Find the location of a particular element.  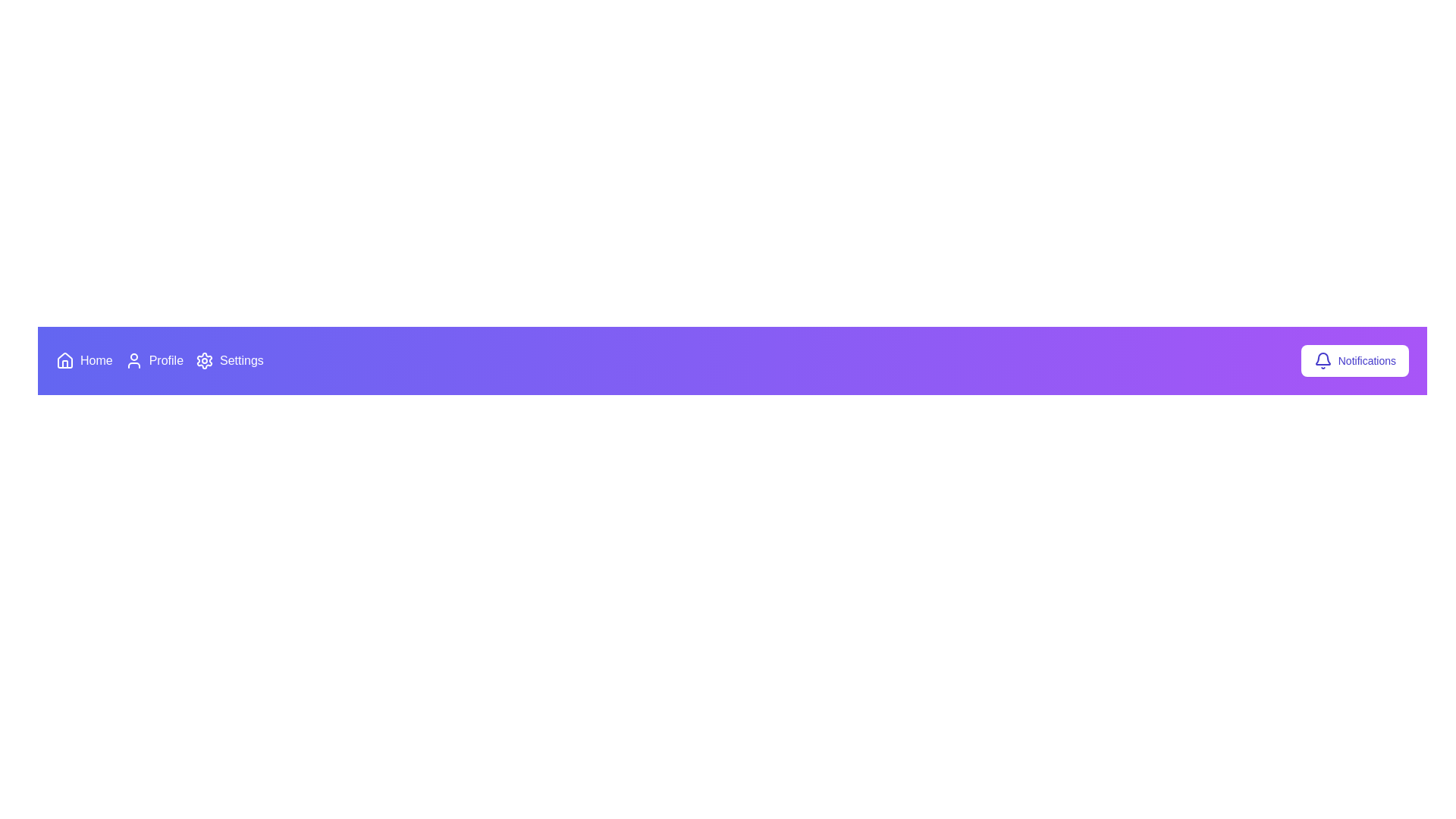

the house-shaped icon in the upper left corner of the navigation bar is located at coordinates (64, 359).